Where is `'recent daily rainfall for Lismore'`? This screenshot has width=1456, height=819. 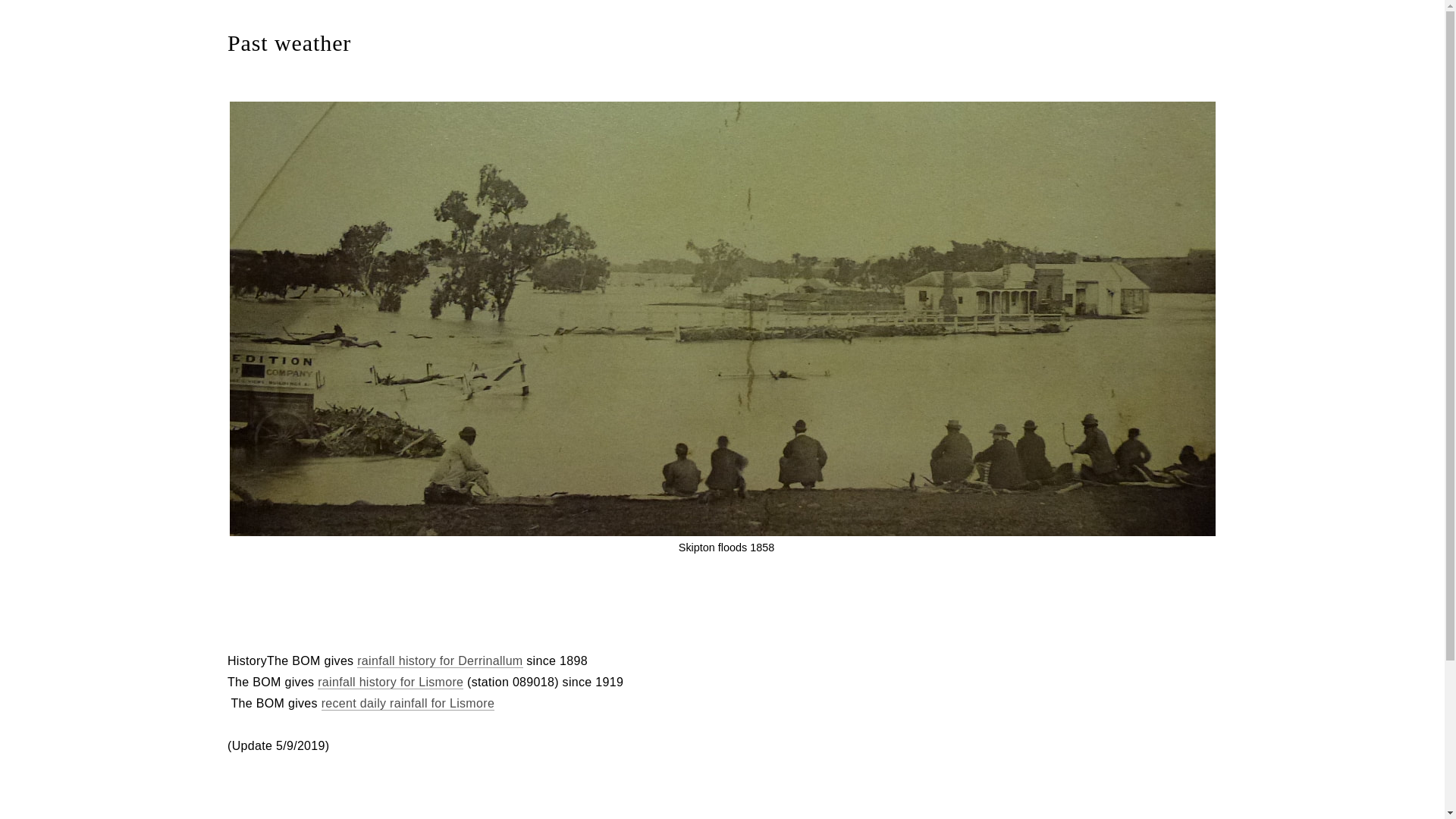
'recent daily rainfall for Lismore' is located at coordinates (320, 704).